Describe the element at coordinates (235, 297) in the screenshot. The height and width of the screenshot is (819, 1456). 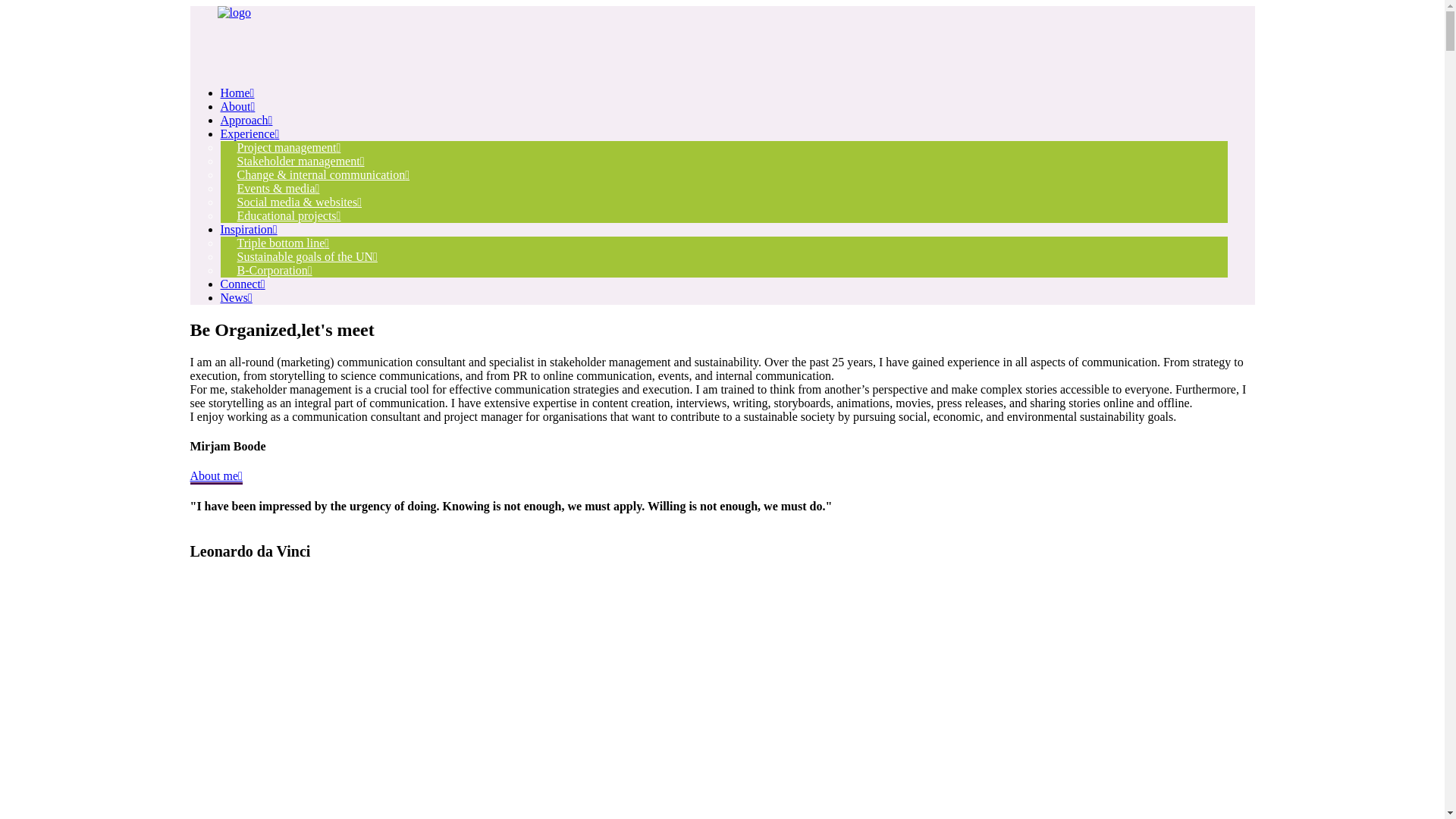
I see `'News'` at that location.